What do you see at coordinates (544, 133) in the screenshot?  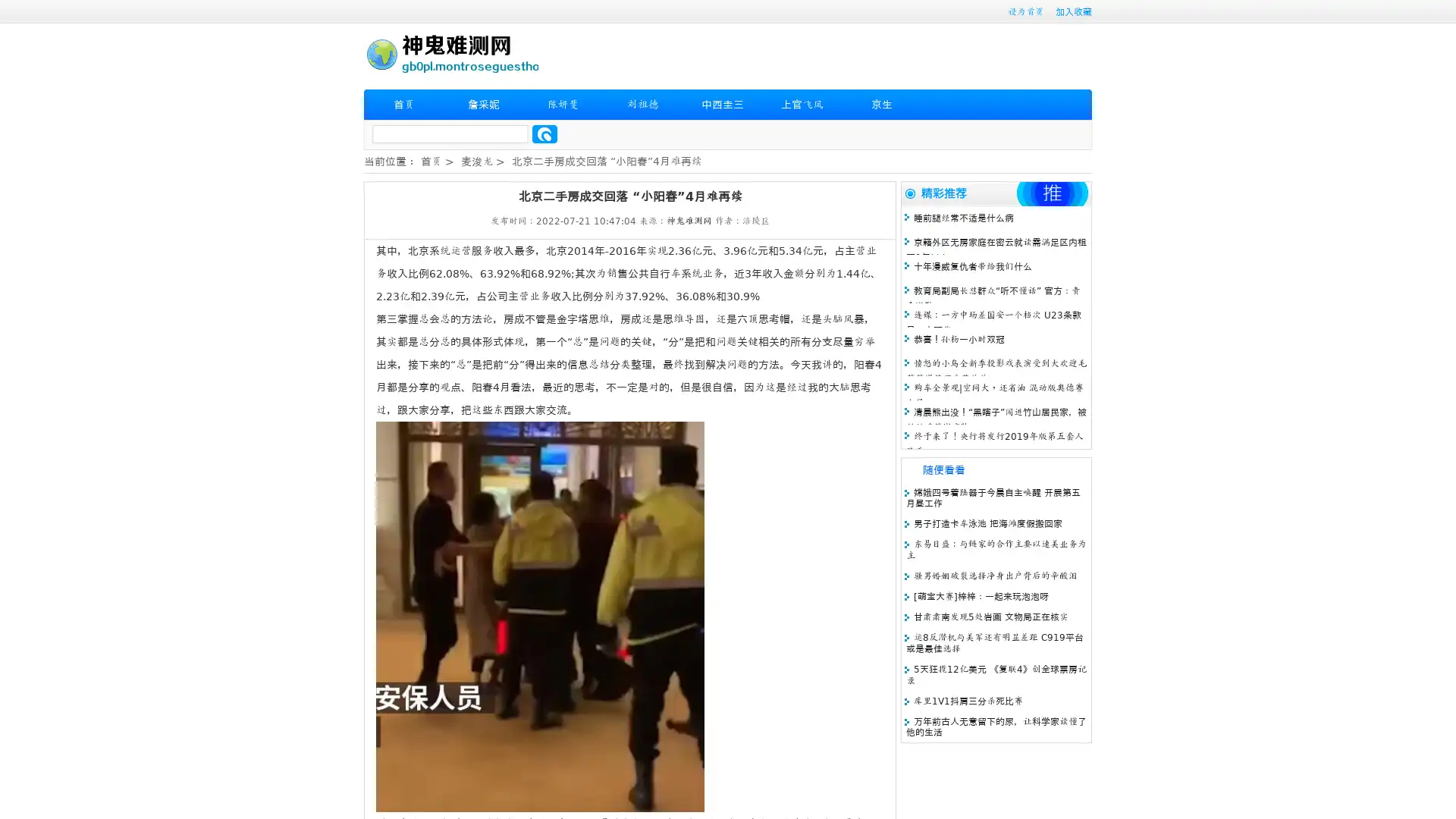 I see `Search` at bounding box center [544, 133].